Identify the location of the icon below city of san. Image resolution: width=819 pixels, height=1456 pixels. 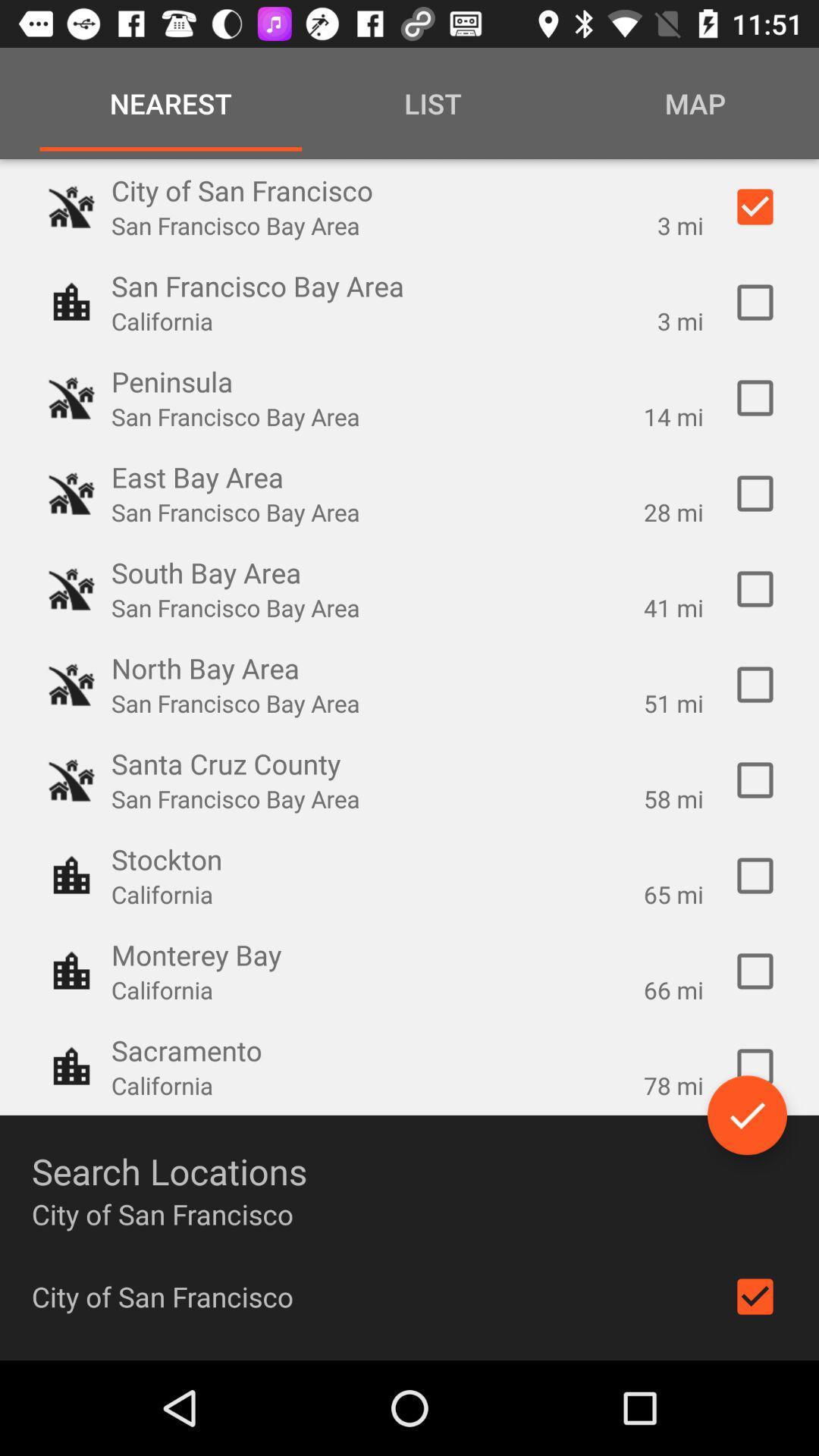
(755, 1295).